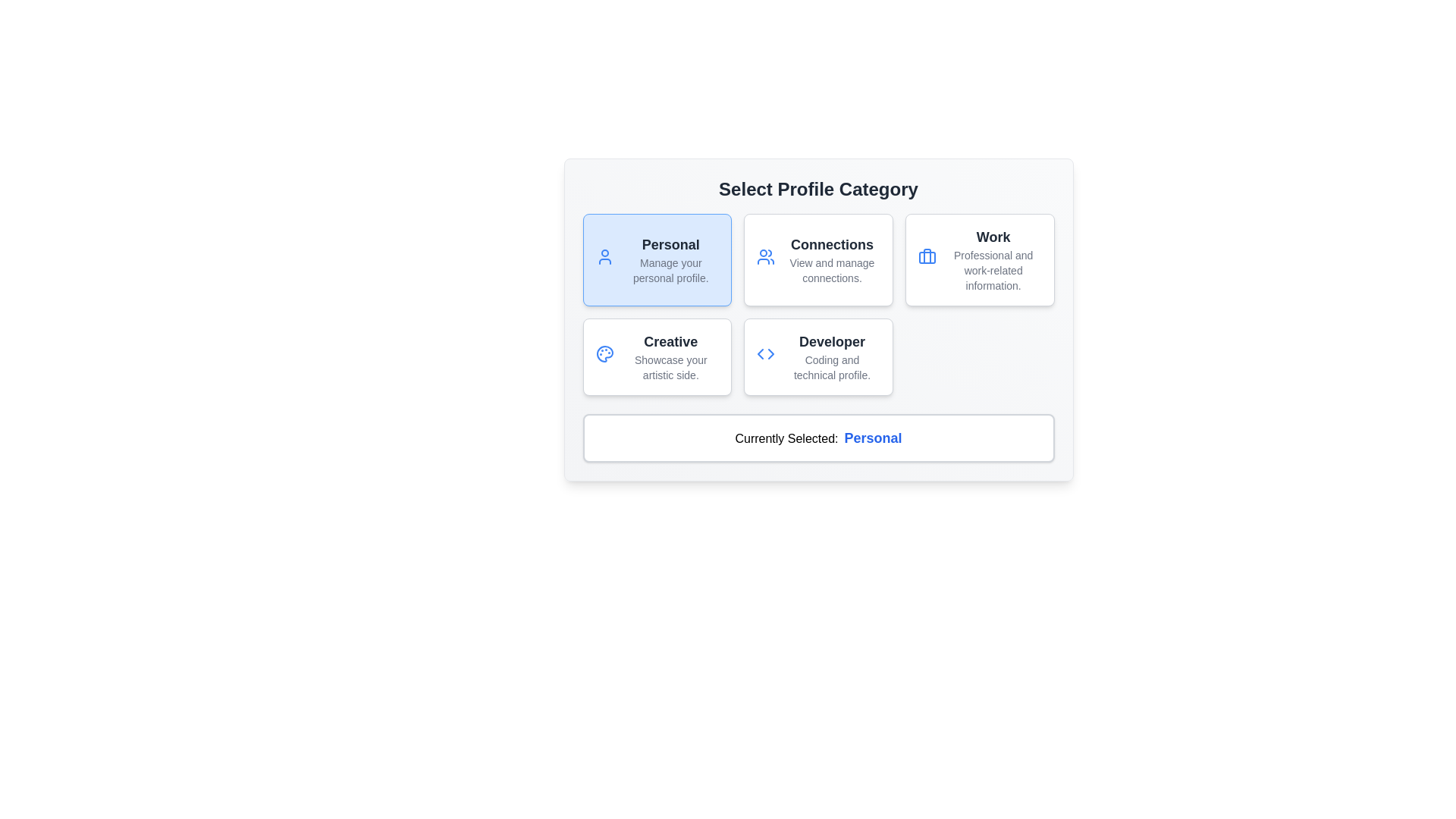 This screenshot has height=819, width=1456. I want to click on the options in the Selection Pane with Options and Display to provide visual feedback to the user based on their current selection, so click(817, 318).